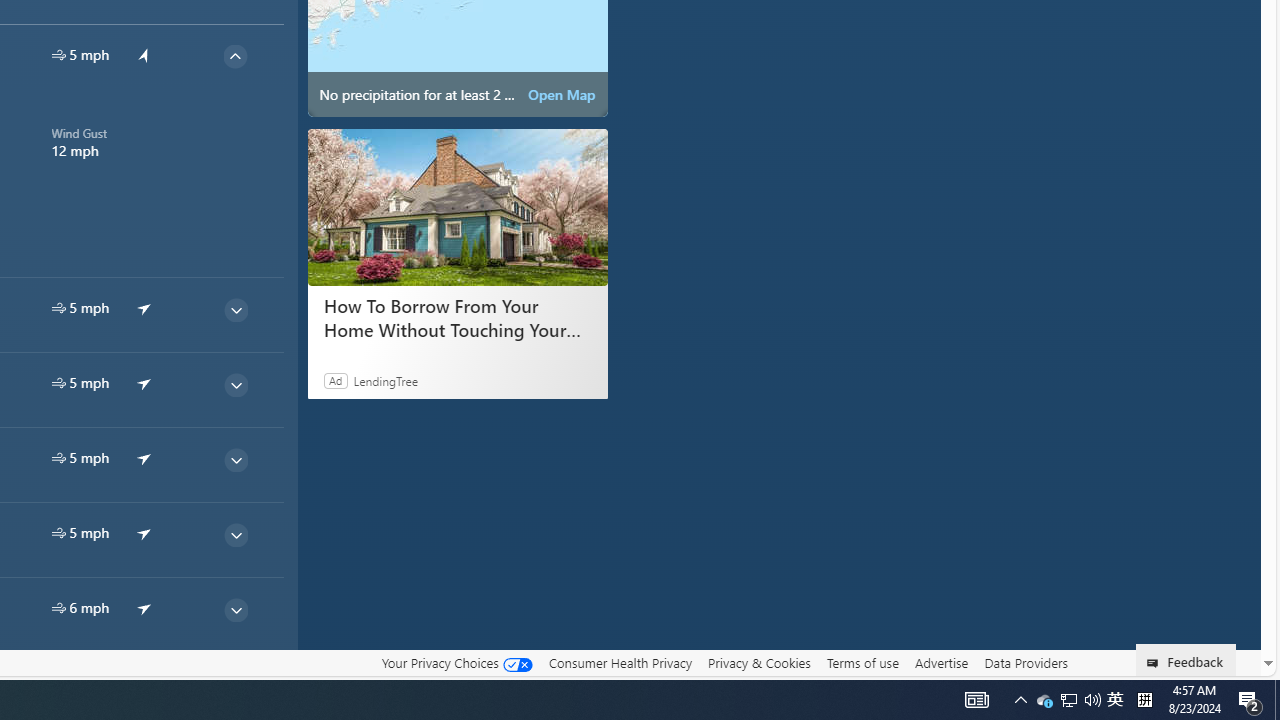 Image resolution: width=1280 pixels, height=720 pixels. What do you see at coordinates (455, 663) in the screenshot?
I see `'Your Privacy Choices'` at bounding box center [455, 663].